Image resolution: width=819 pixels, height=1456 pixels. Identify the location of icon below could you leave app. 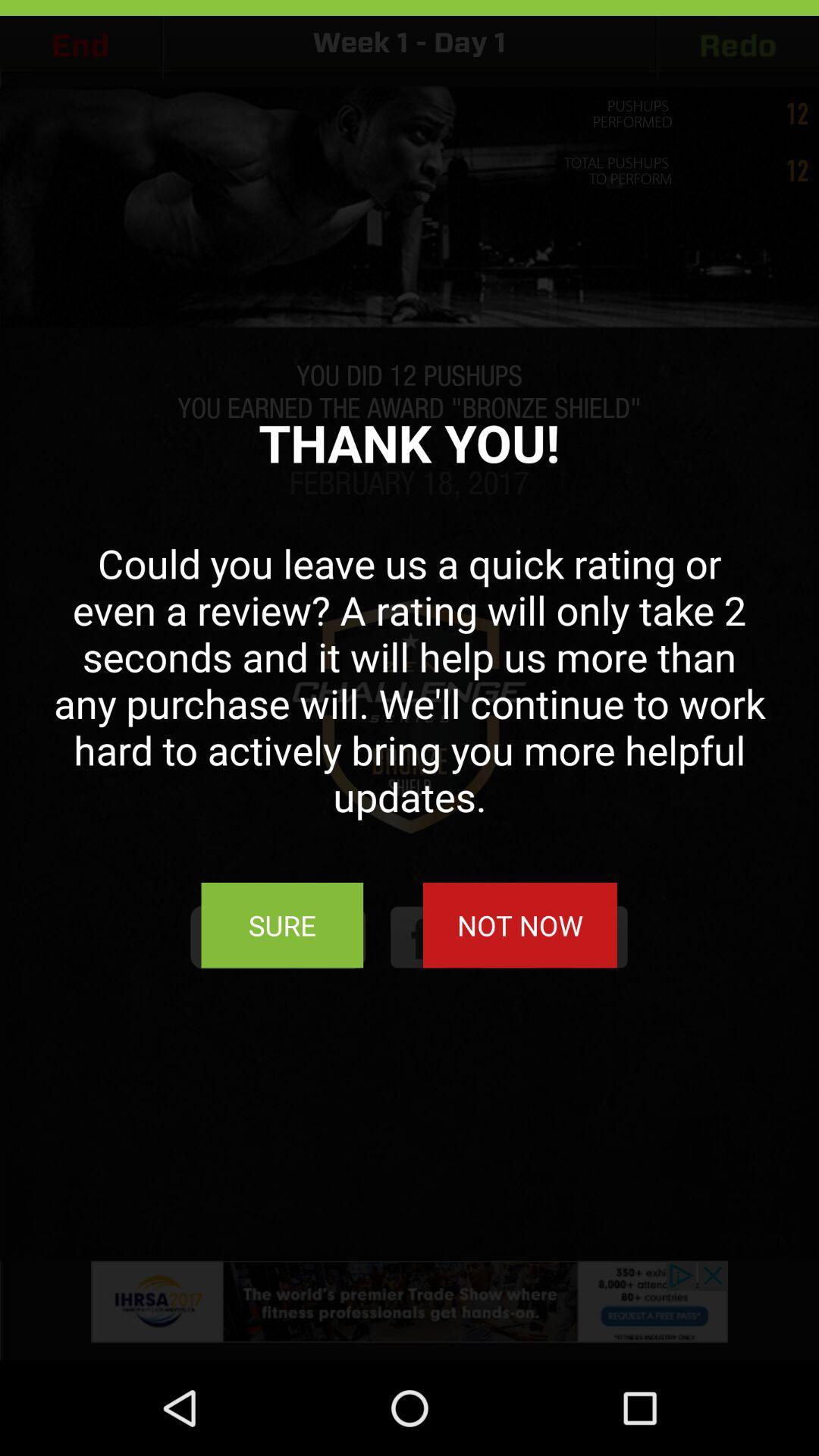
(519, 924).